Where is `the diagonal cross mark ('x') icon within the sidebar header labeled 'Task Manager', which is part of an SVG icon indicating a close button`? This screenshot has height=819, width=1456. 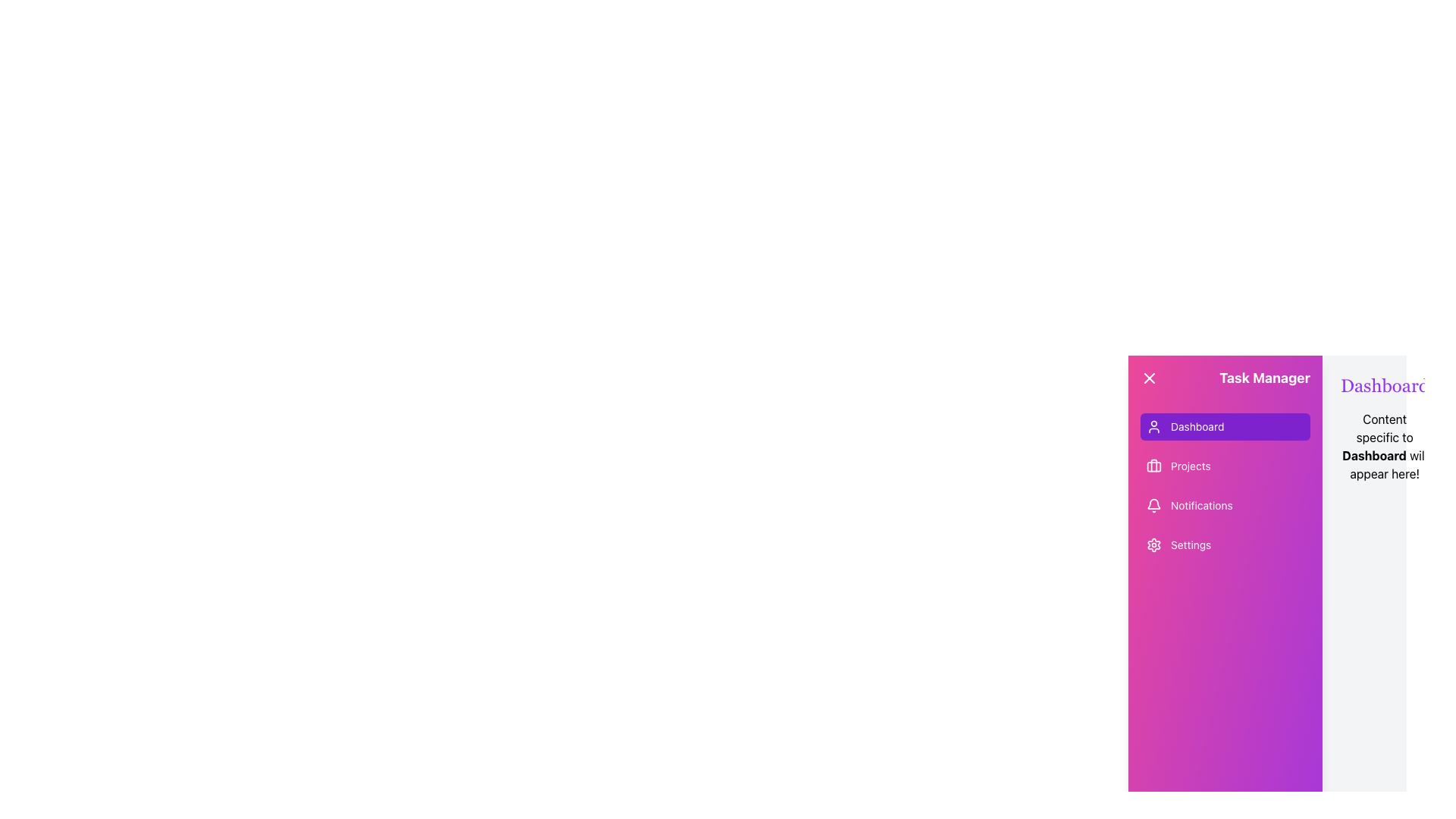
the diagonal cross mark ('x') icon within the sidebar header labeled 'Task Manager', which is part of an SVG icon indicating a close button is located at coordinates (1150, 377).